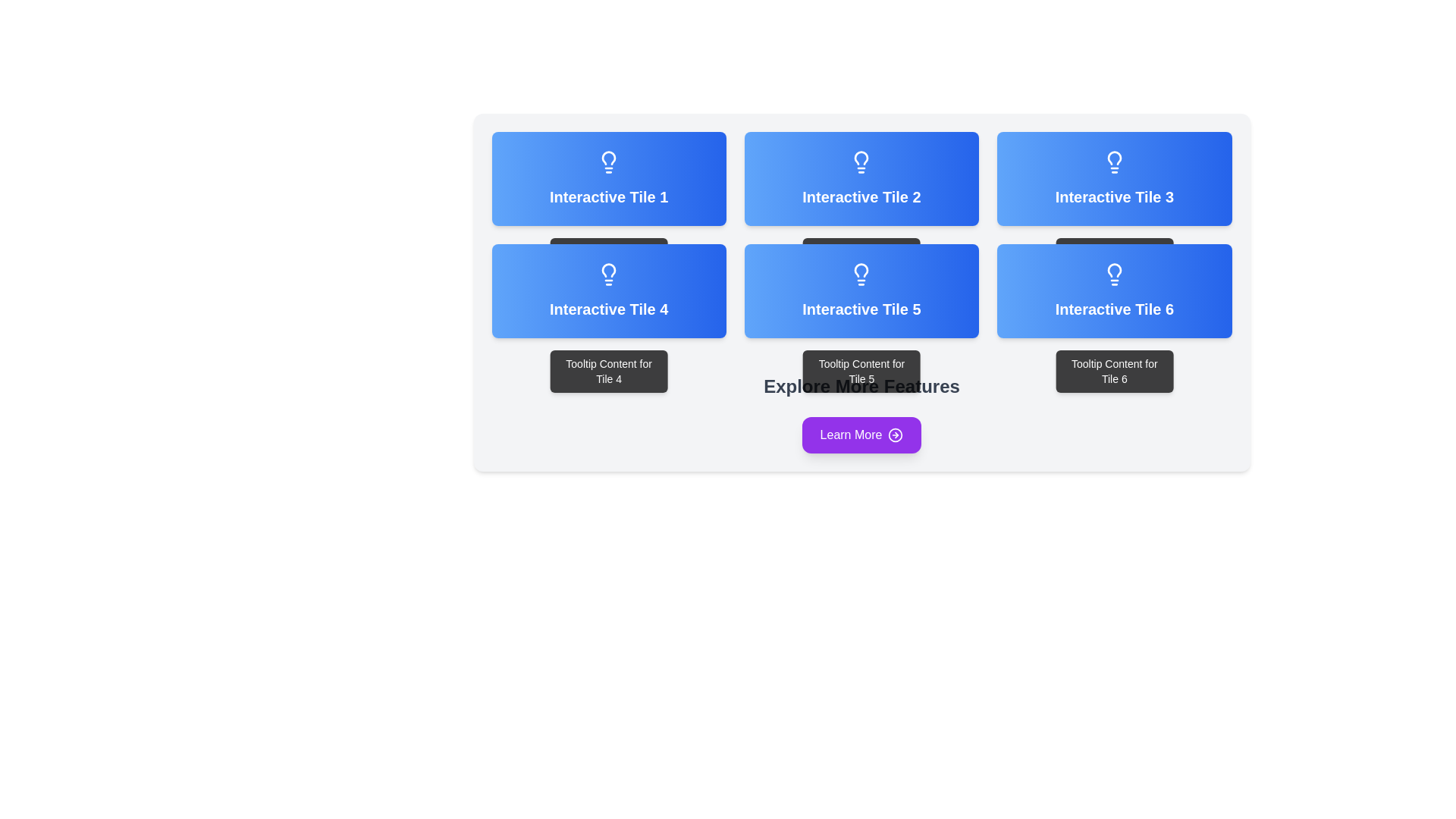 This screenshot has height=819, width=1456. Describe the element at coordinates (609, 309) in the screenshot. I see `the text label that identifies 'Interactive Tile 4'` at that location.